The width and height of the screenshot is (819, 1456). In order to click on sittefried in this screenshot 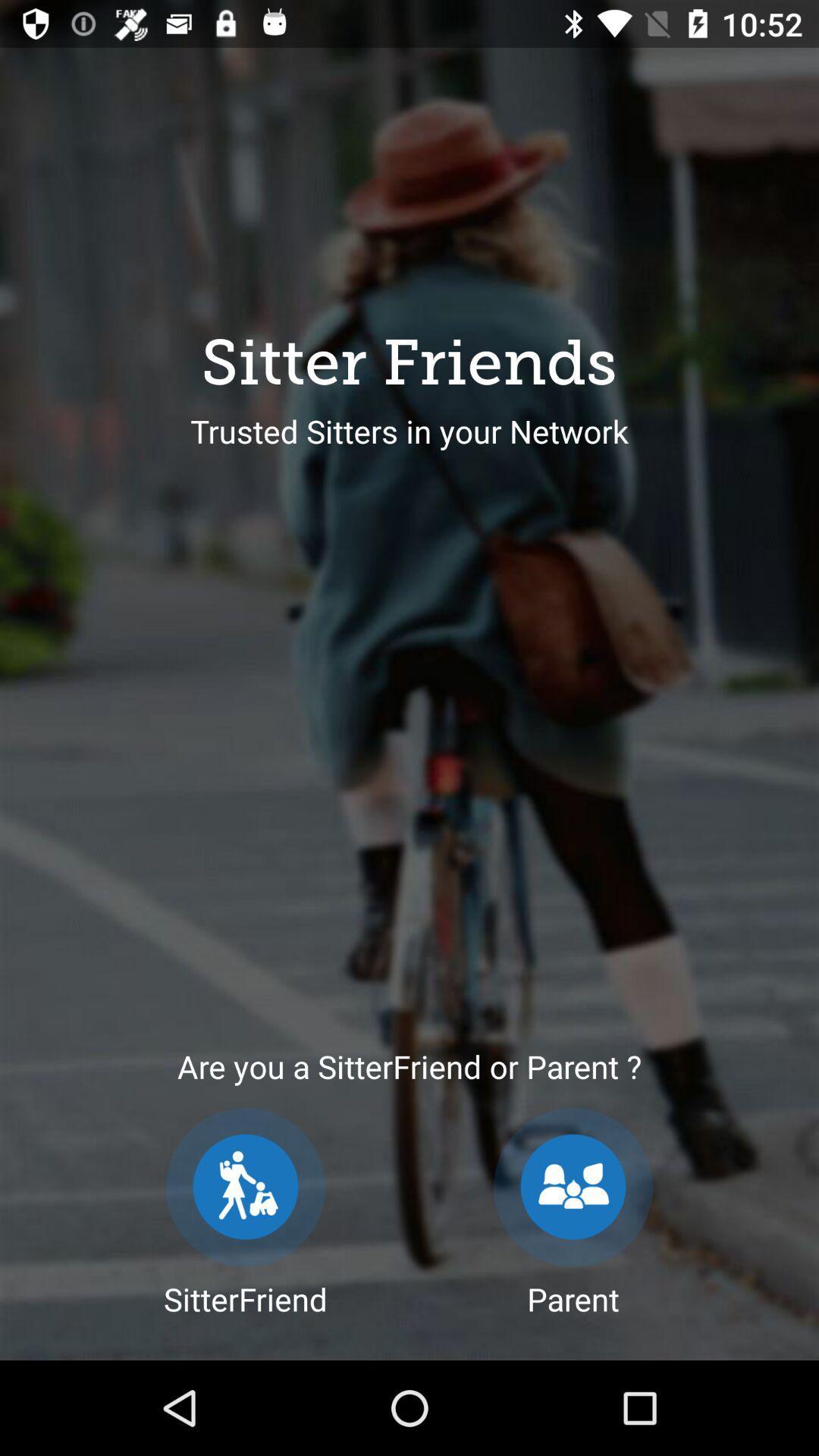, I will do `click(245, 1186)`.